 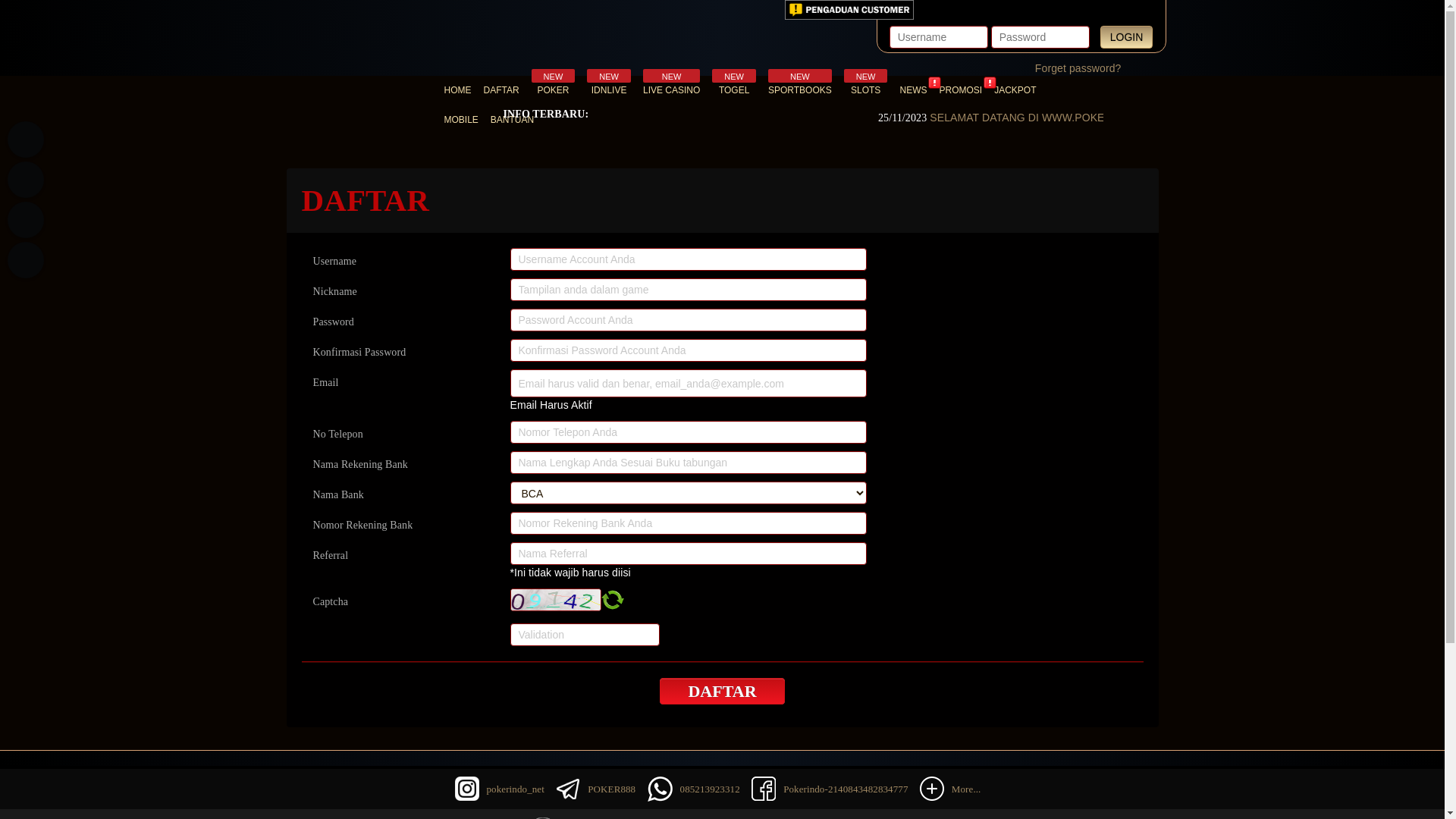 I want to click on 'MOBILE', so click(x=460, y=119).